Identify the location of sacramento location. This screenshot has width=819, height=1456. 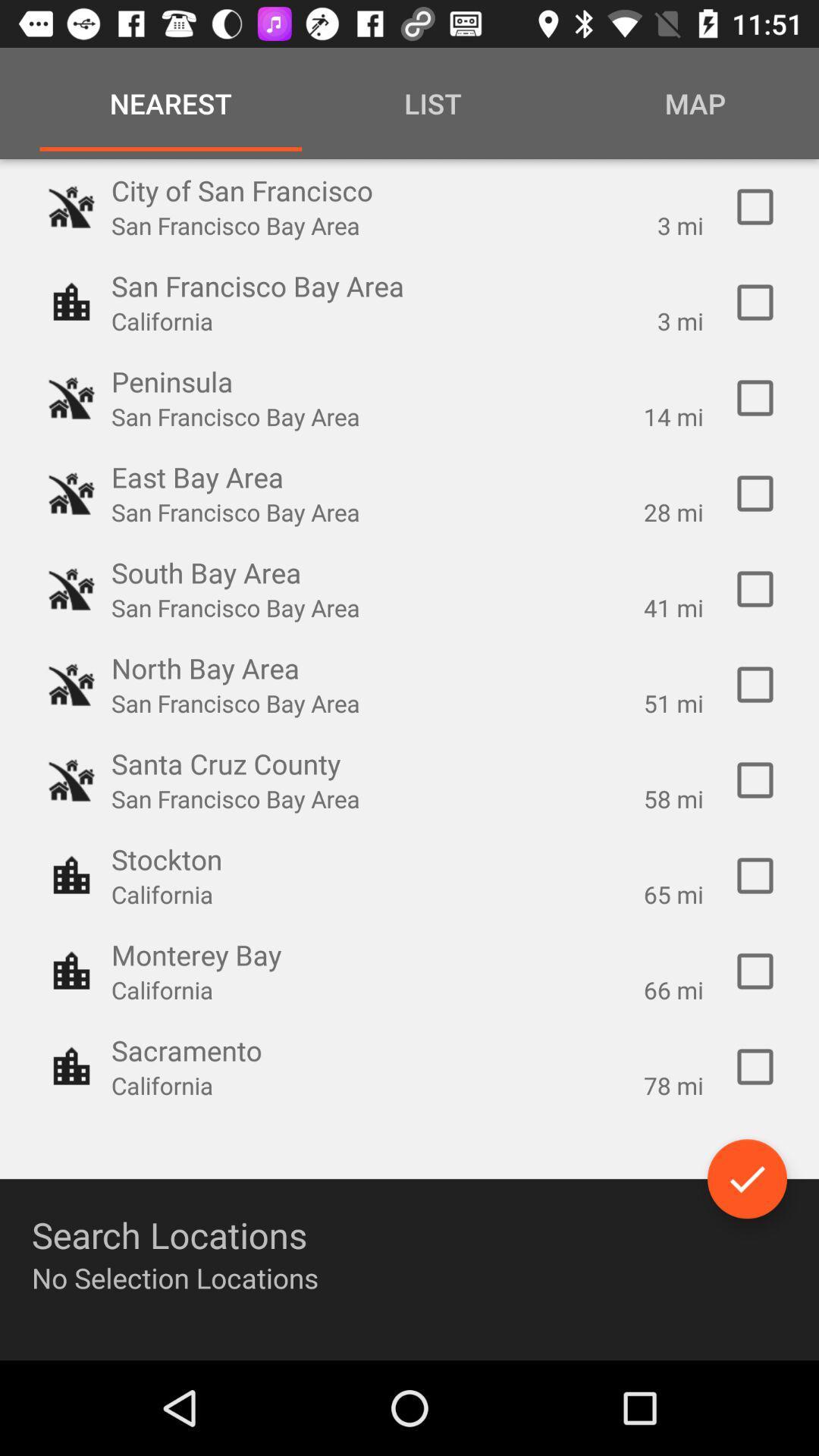
(755, 1065).